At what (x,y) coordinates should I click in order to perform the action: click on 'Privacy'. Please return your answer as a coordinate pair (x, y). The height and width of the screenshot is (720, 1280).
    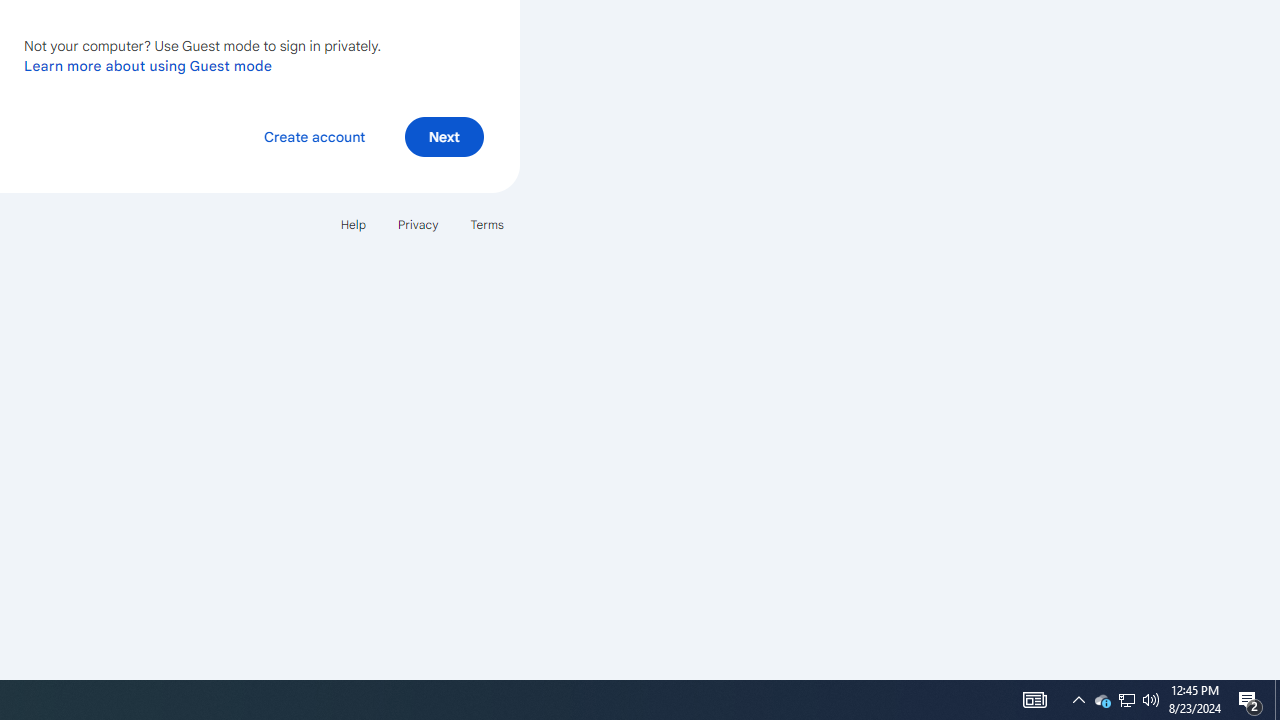
    Looking at the image, I should click on (416, 224).